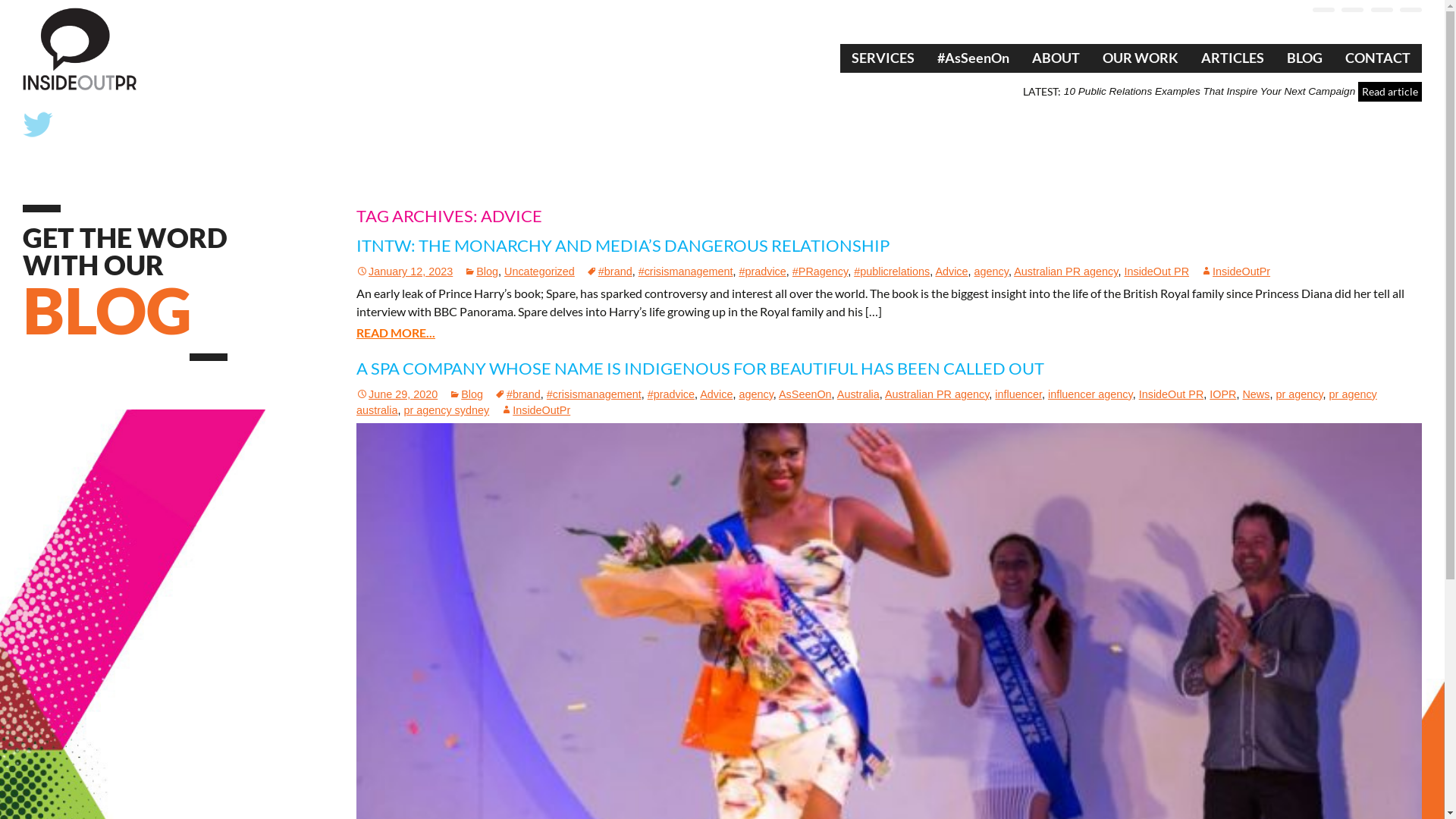 The height and width of the screenshot is (819, 1456). What do you see at coordinates (854, 271) in the screenshot?
I see `'#publicrelations'` at bounding box center [854, 271].